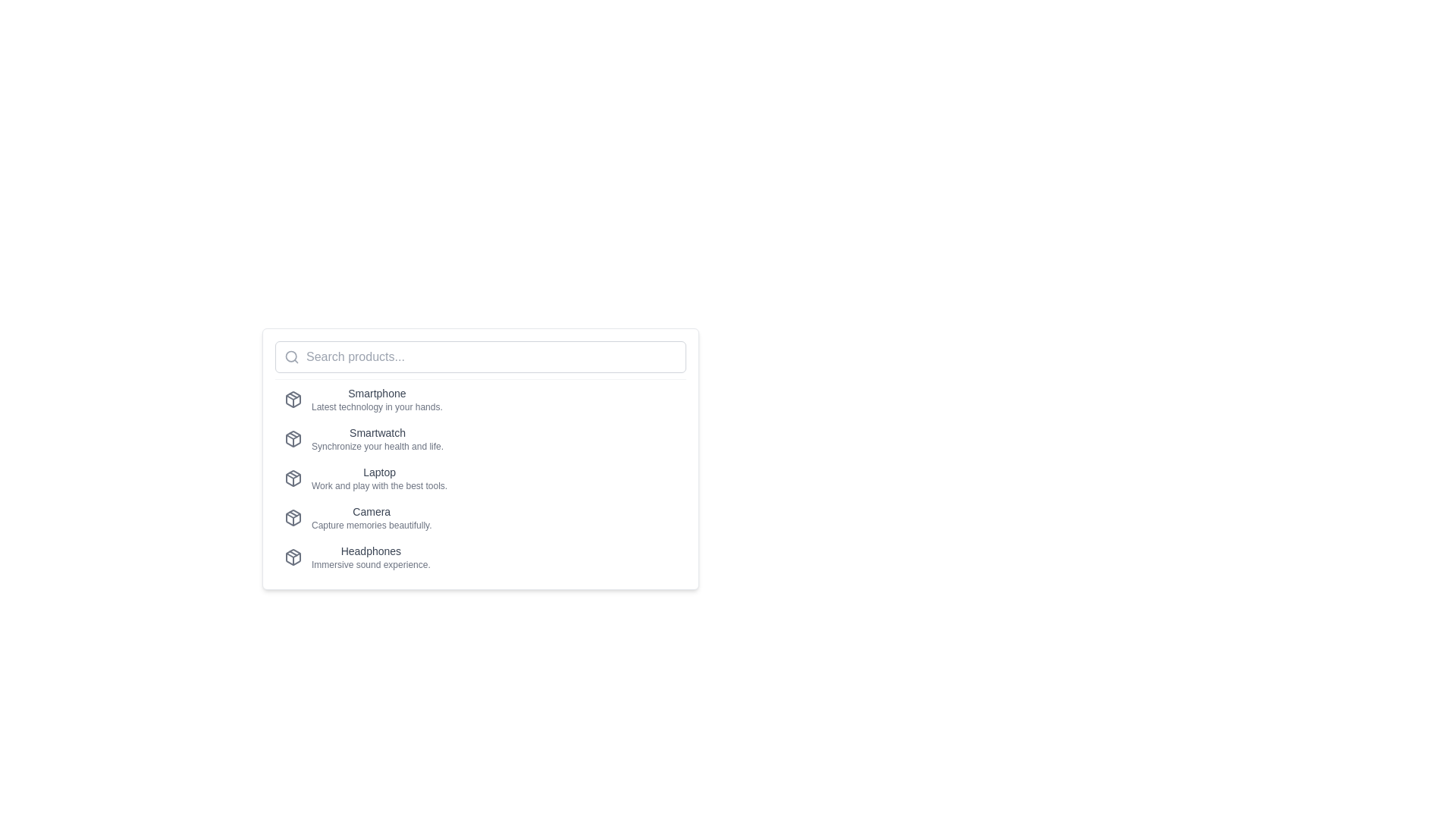  What do you see at coordinates (293, 479) in the screenshot?
I see `the small square-shaped package icon with a gray outline, located next to the text 'Laptop' in the vertically-stacked list layout` at bounding box center [293, 479].